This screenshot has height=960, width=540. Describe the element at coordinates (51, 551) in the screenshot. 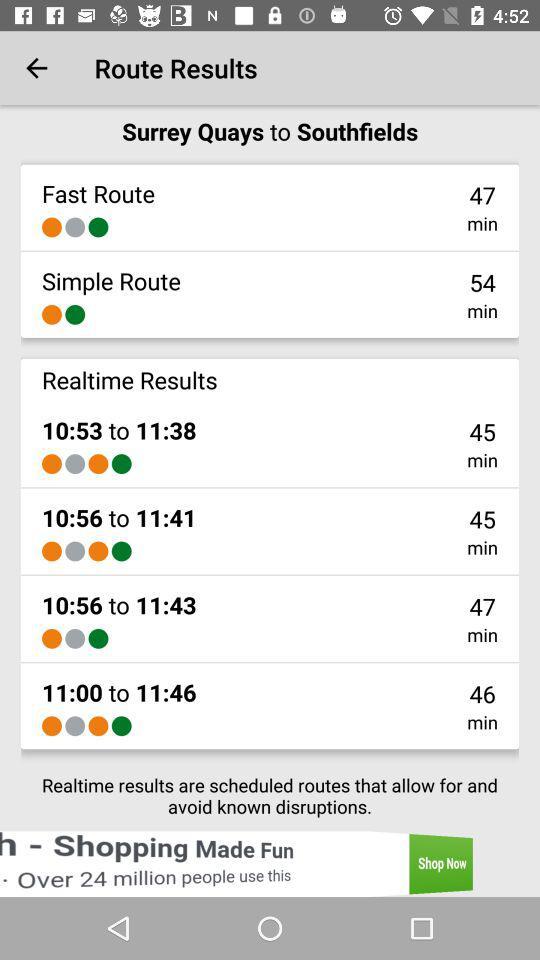

I see `item above the 10 56 to item` at that location.